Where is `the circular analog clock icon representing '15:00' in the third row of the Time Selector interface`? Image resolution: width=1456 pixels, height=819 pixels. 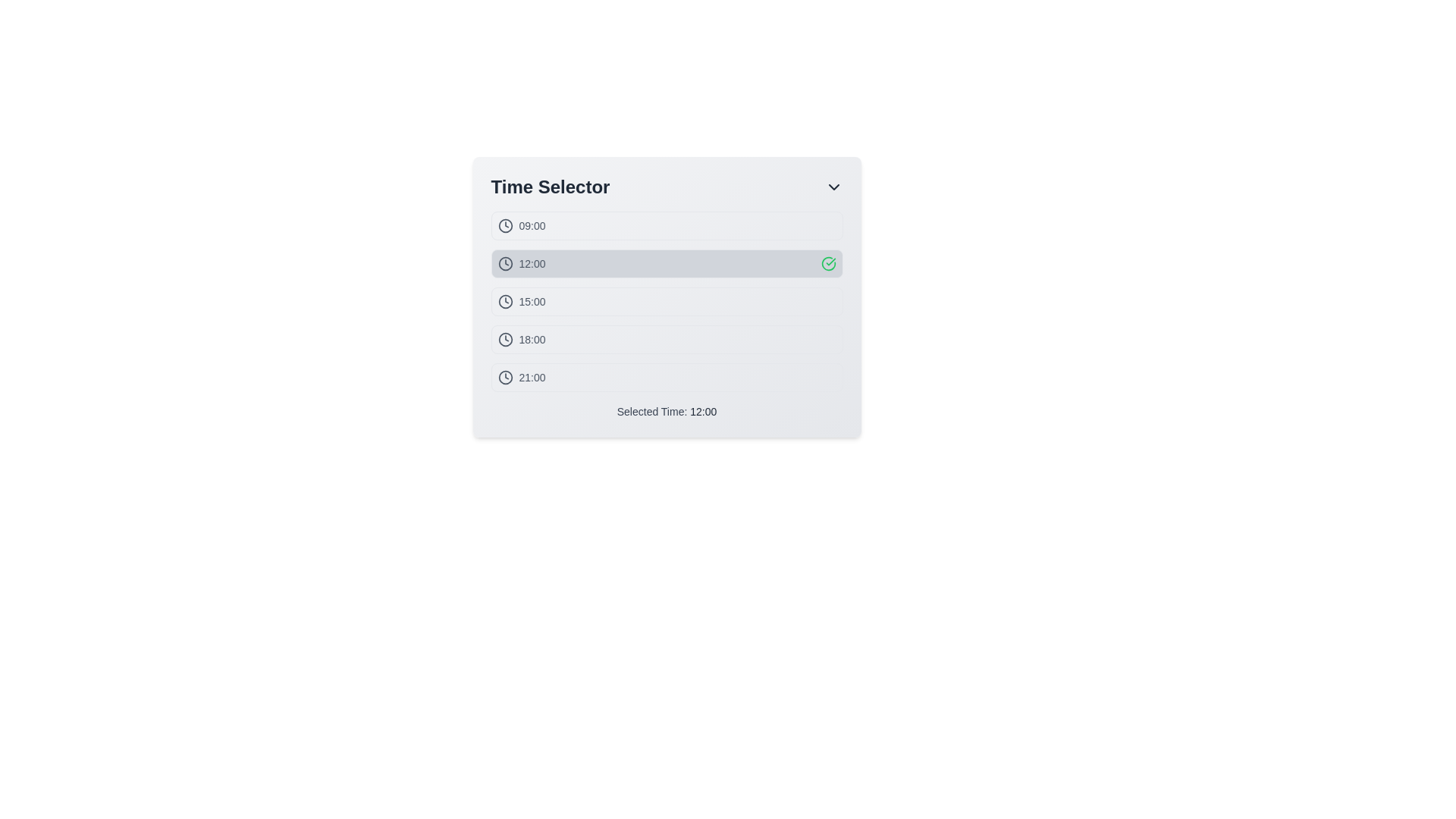
the circular analog clock icon representing '15:00' in the third row of the Time Selector interface is located at coordinates (505, 301).